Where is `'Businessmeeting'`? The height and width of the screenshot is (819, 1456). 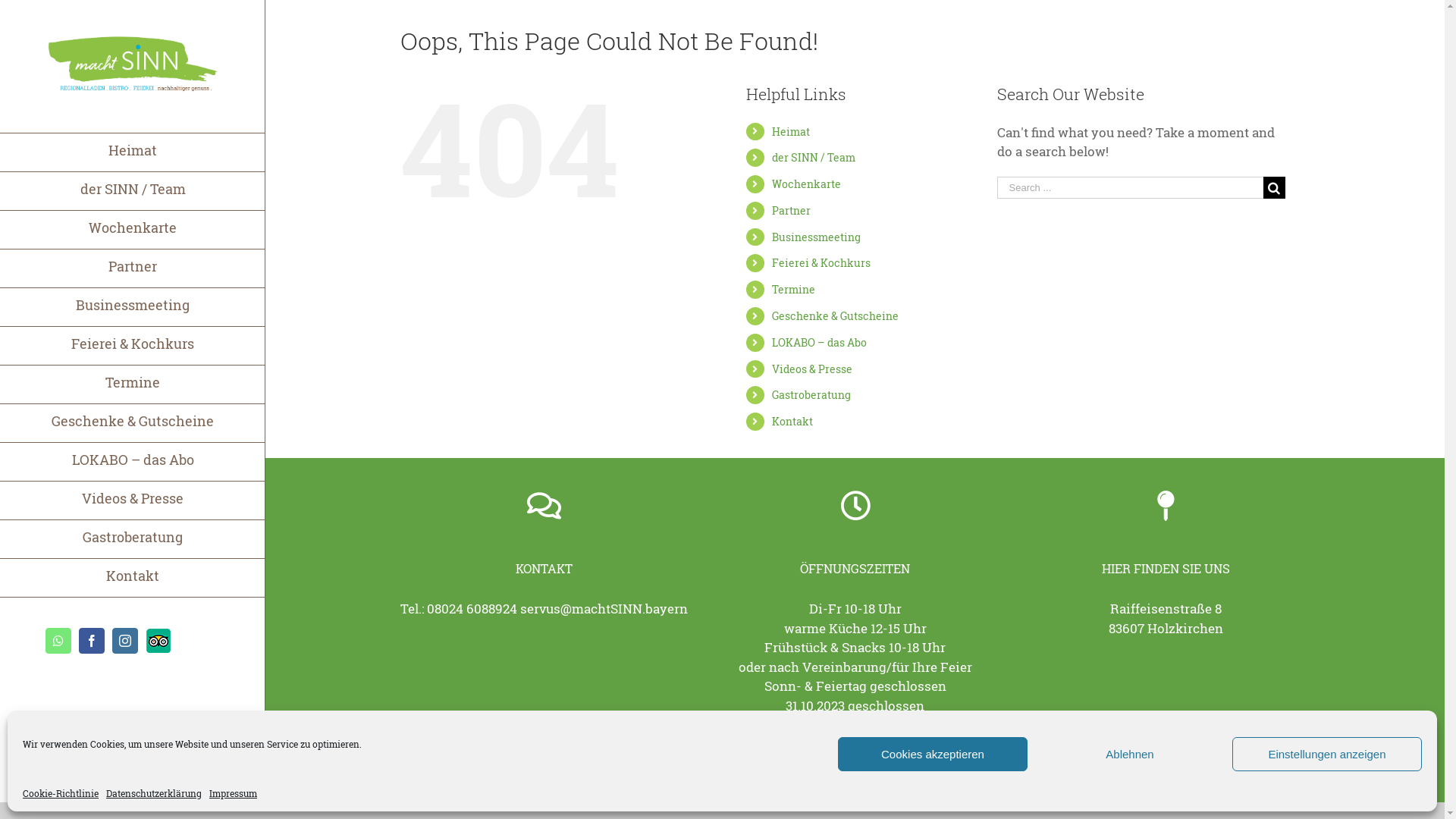 'Businessmeeting' is located at coordinates (132, 307).